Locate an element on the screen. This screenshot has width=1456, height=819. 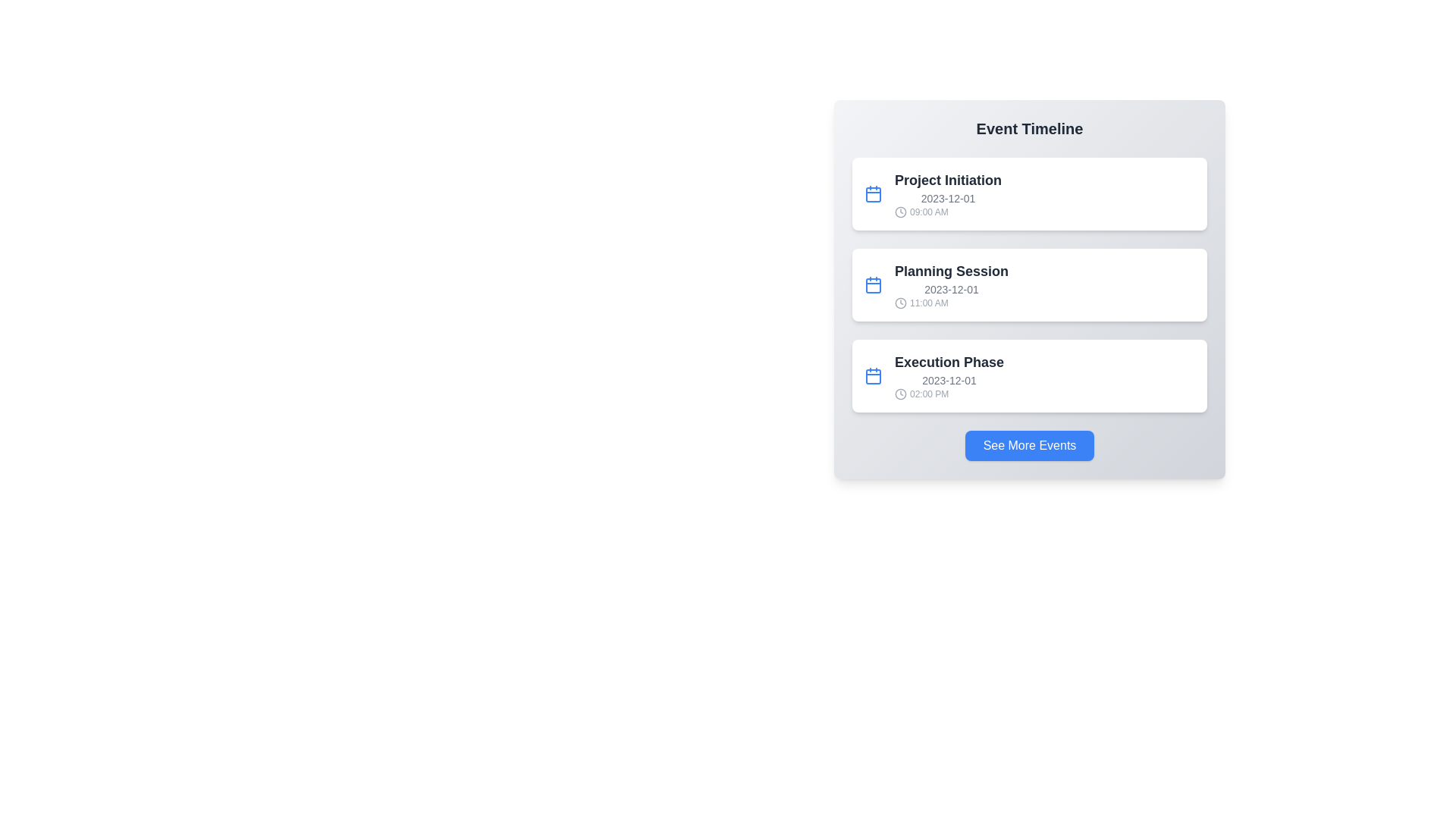
the 'See More Events' button is located at coordinates (1030, 444).